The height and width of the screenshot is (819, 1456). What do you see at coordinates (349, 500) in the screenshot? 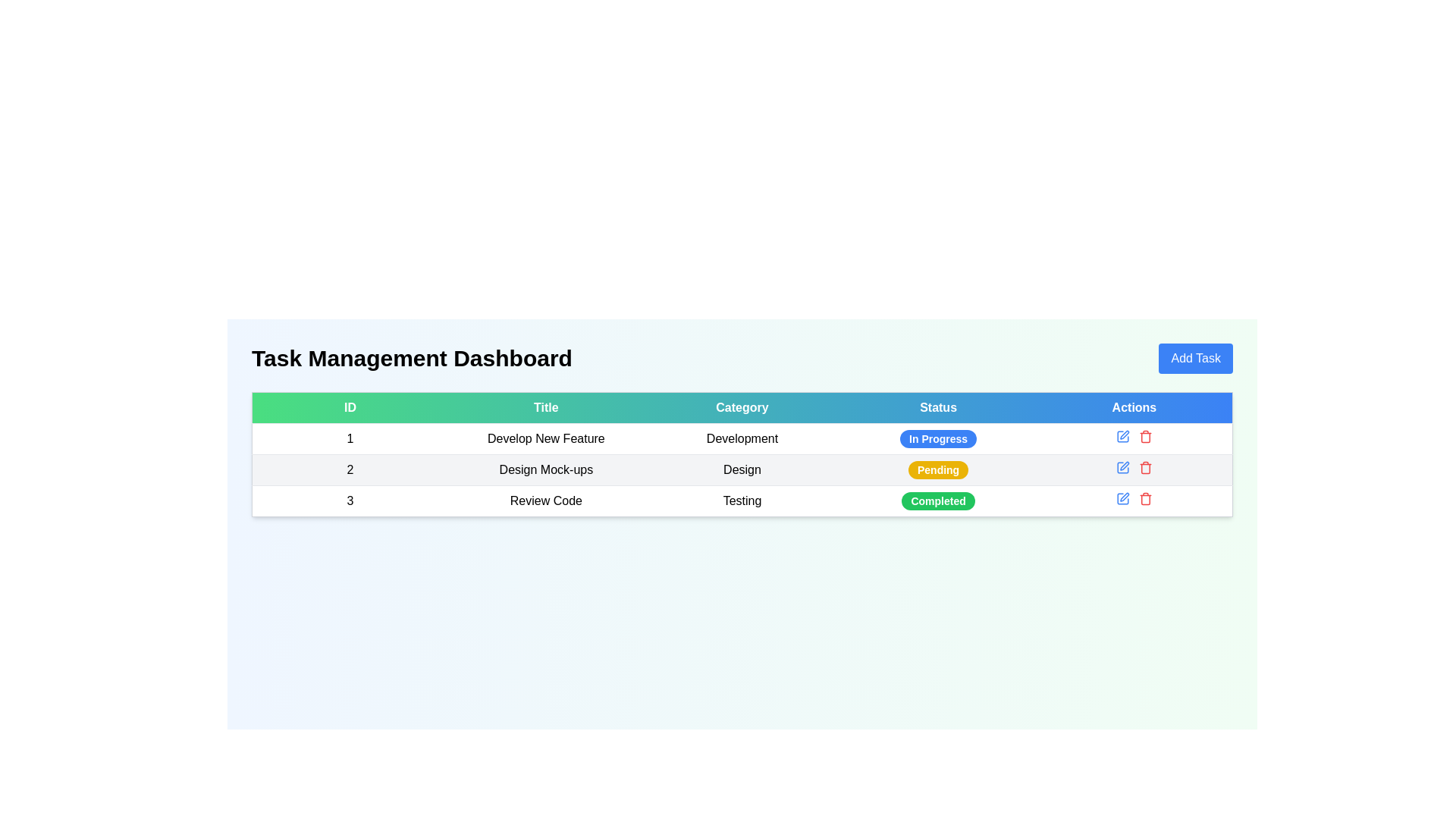
I see `the Text label that represents the index or ID number for the last row in the table, located in the leftmost cell under the 'ID' column` at bounding box center [349, 500].